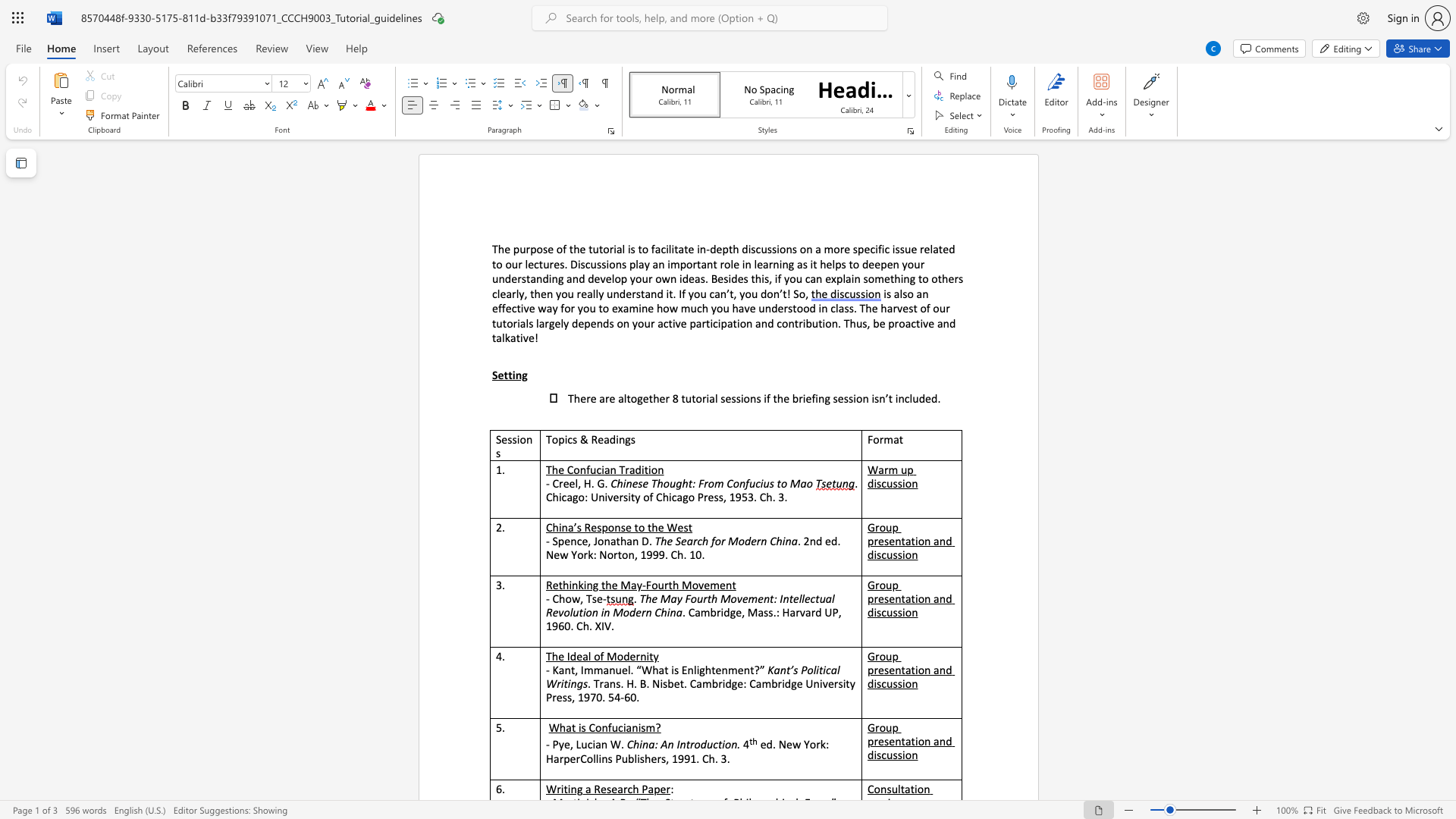 Image resolution: width=1456 pixels, height=819 pixels. I want to click on the subset text "ins Pub" within the text "HarperCollins Publishers, 1991. Ch. 3.", so click(598, 758).